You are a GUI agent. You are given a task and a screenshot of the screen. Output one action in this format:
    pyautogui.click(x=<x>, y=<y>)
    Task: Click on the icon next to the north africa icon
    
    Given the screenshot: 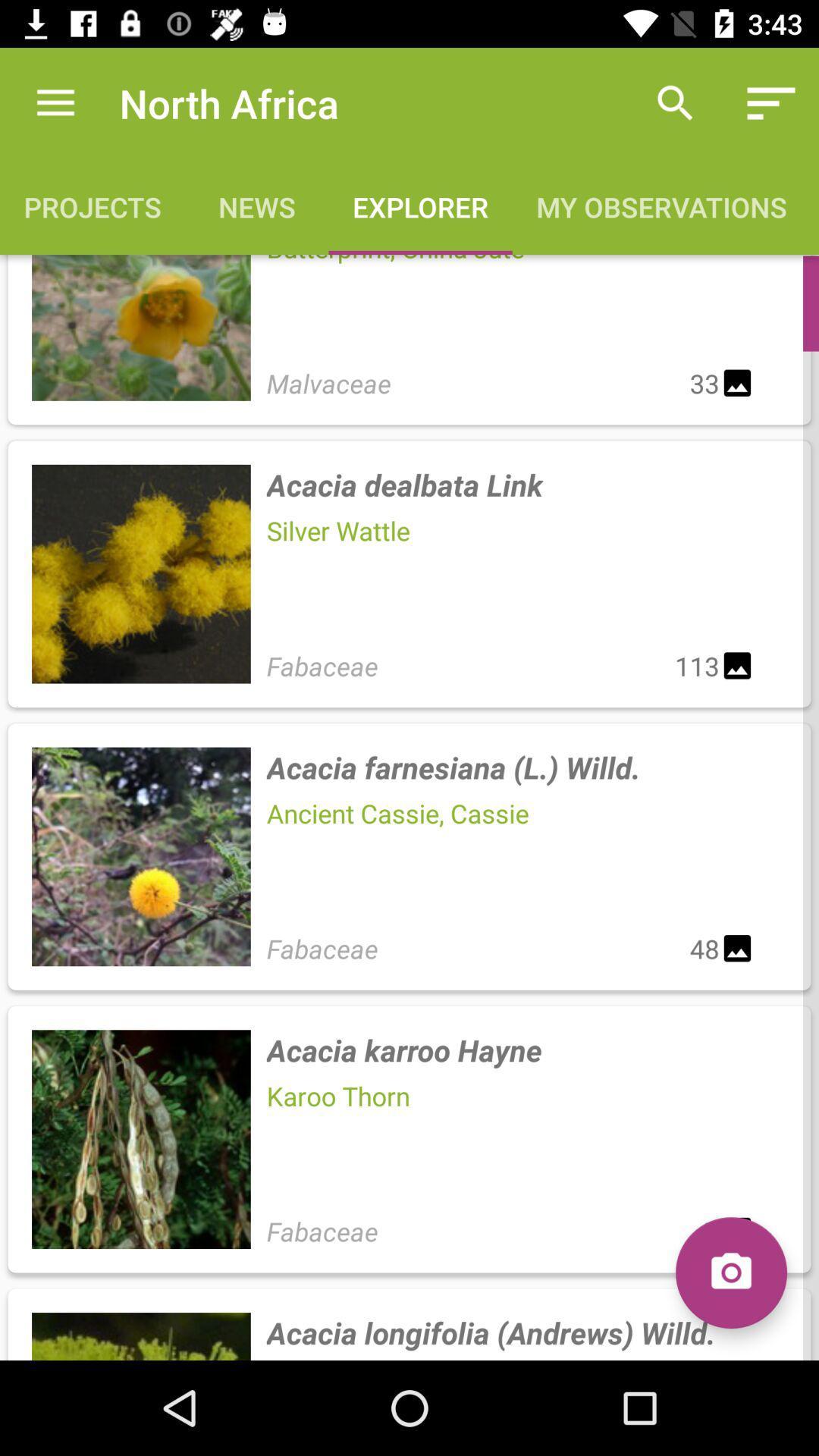 What is the action you would take?
    pyautogui.click(x=55, y=102)
    